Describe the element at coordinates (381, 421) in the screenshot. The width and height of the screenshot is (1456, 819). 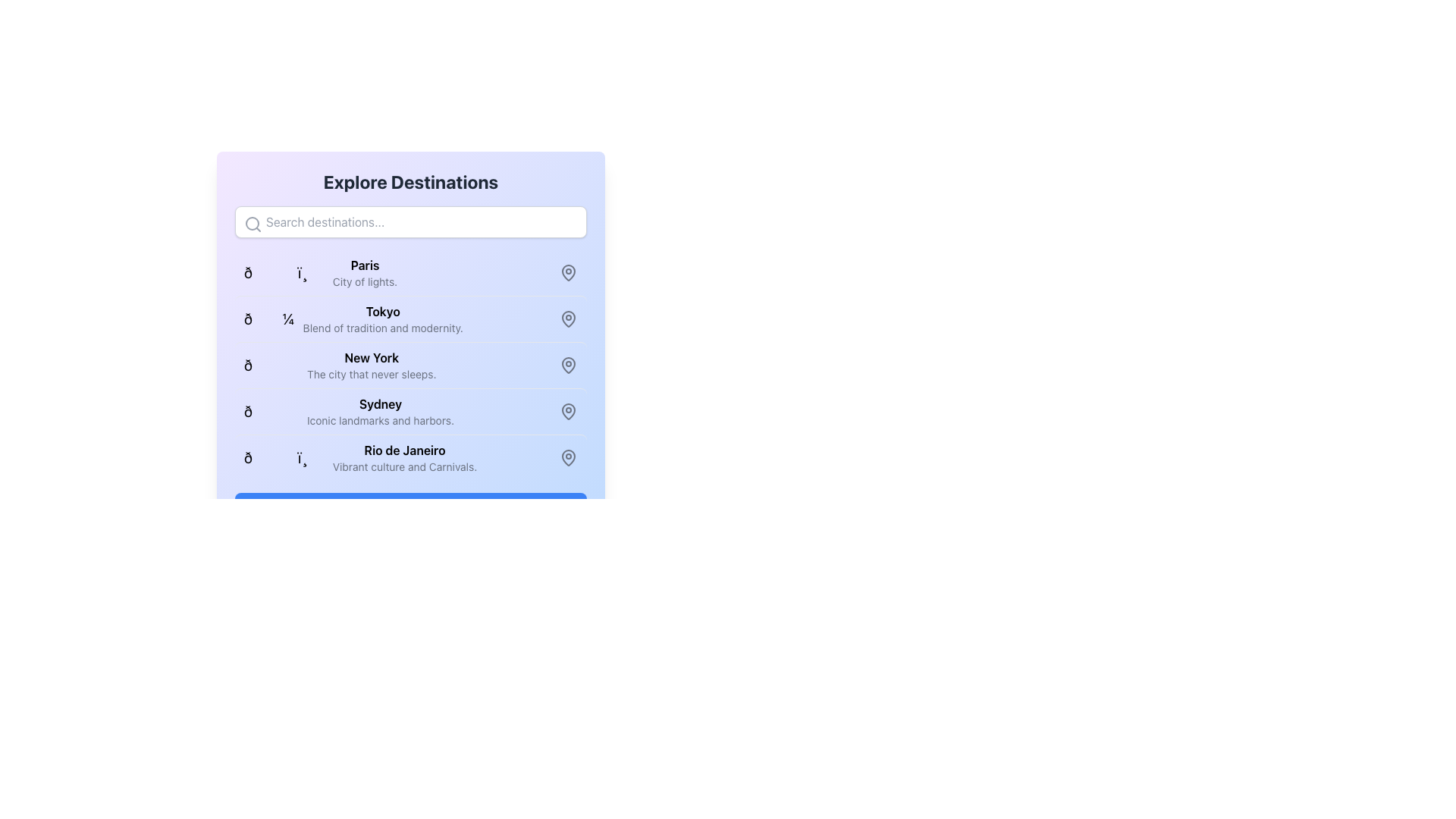
I see `the descriptive text element that reads 'Iconic landmarks and harbors.' styled in subtle gray, positioned below the title 'Sydney' in the list layout` at that location.